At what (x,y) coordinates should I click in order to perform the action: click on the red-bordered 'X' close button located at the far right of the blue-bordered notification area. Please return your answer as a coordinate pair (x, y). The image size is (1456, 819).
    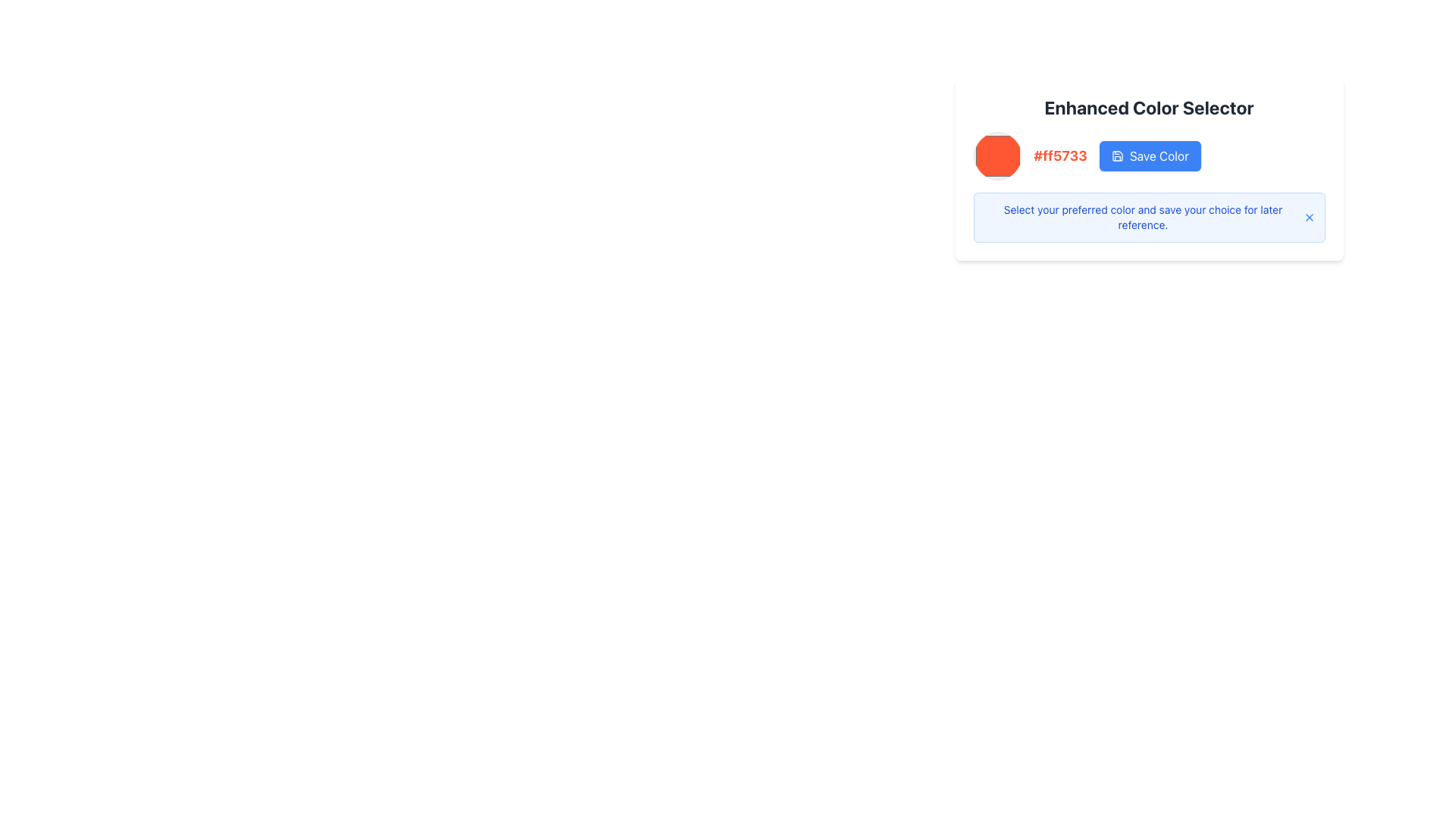
    Looking at the image, I should click on (1308, 217).